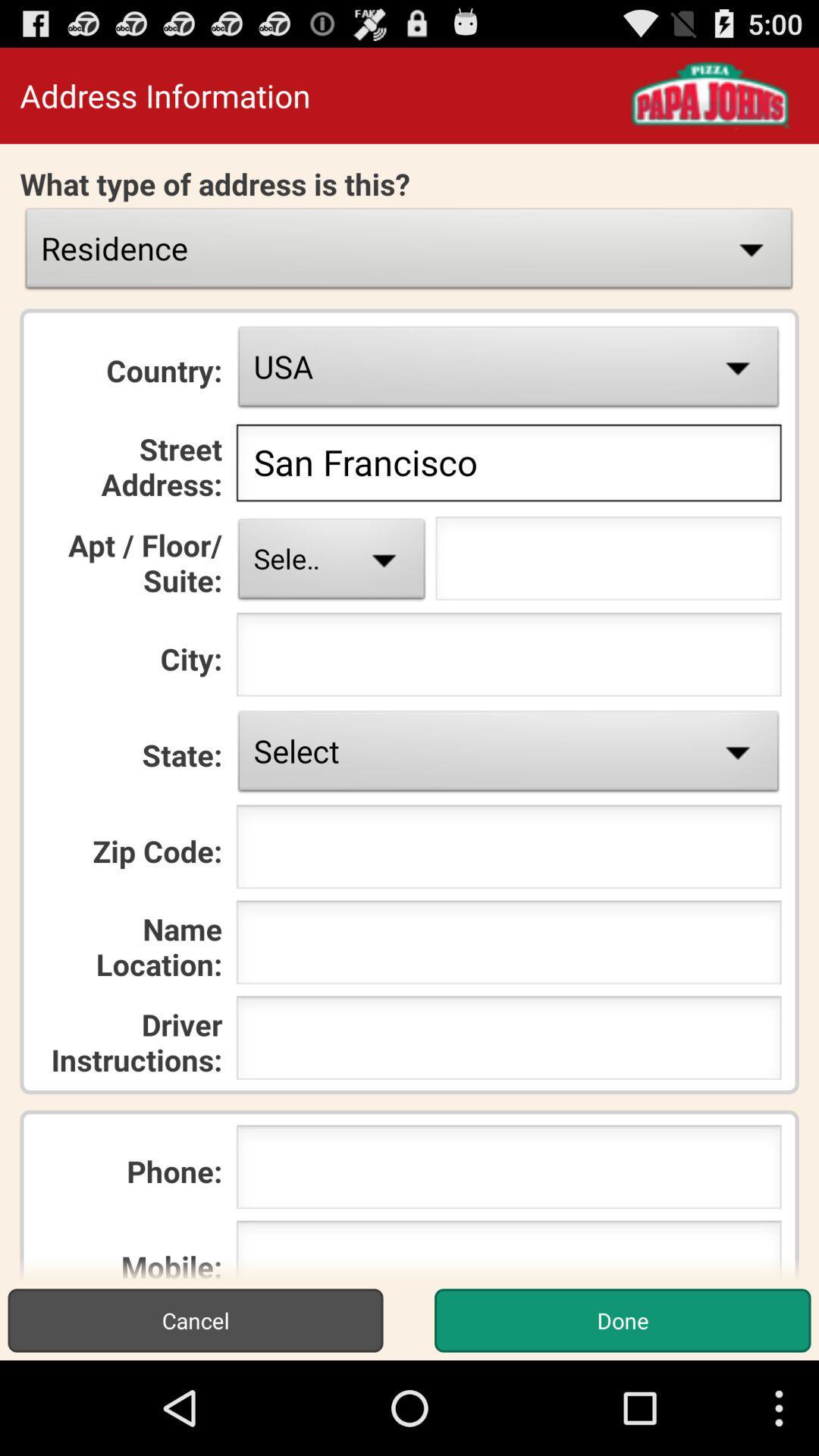  Describe the element at coordinates (509, 1171) in the screenshot. I see `put the phone number` at that location.